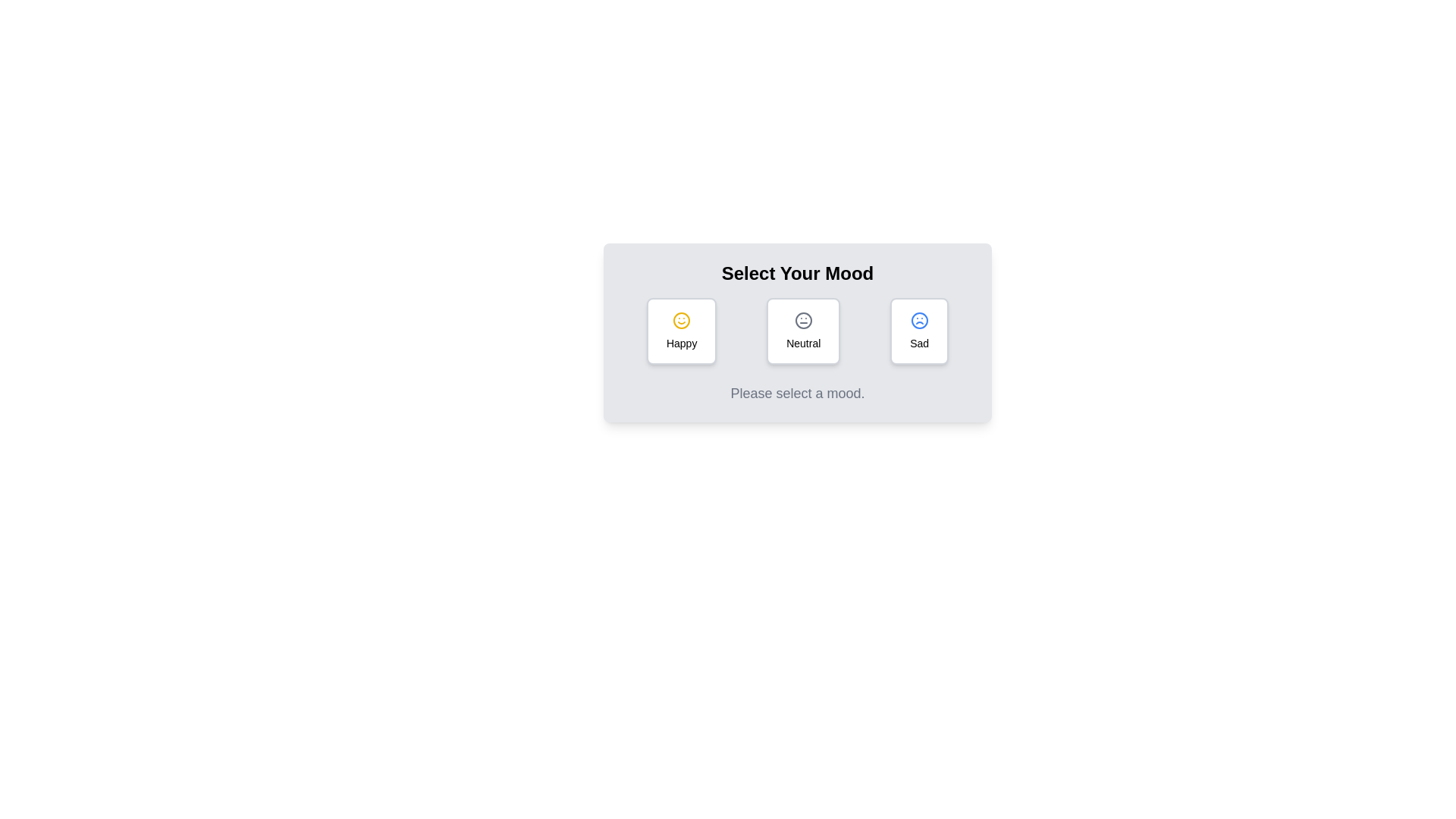 This screenshot has width=1456, height=819. What do you see at coordinates (681, 330) in the screenshot?
I see `the 'Happy' button, which is the first among three adjacent buttons labeled 'Happy', 'Neutral', and 'Sad', to indicate a positive emotional choice` at bounding box center [681, 330].